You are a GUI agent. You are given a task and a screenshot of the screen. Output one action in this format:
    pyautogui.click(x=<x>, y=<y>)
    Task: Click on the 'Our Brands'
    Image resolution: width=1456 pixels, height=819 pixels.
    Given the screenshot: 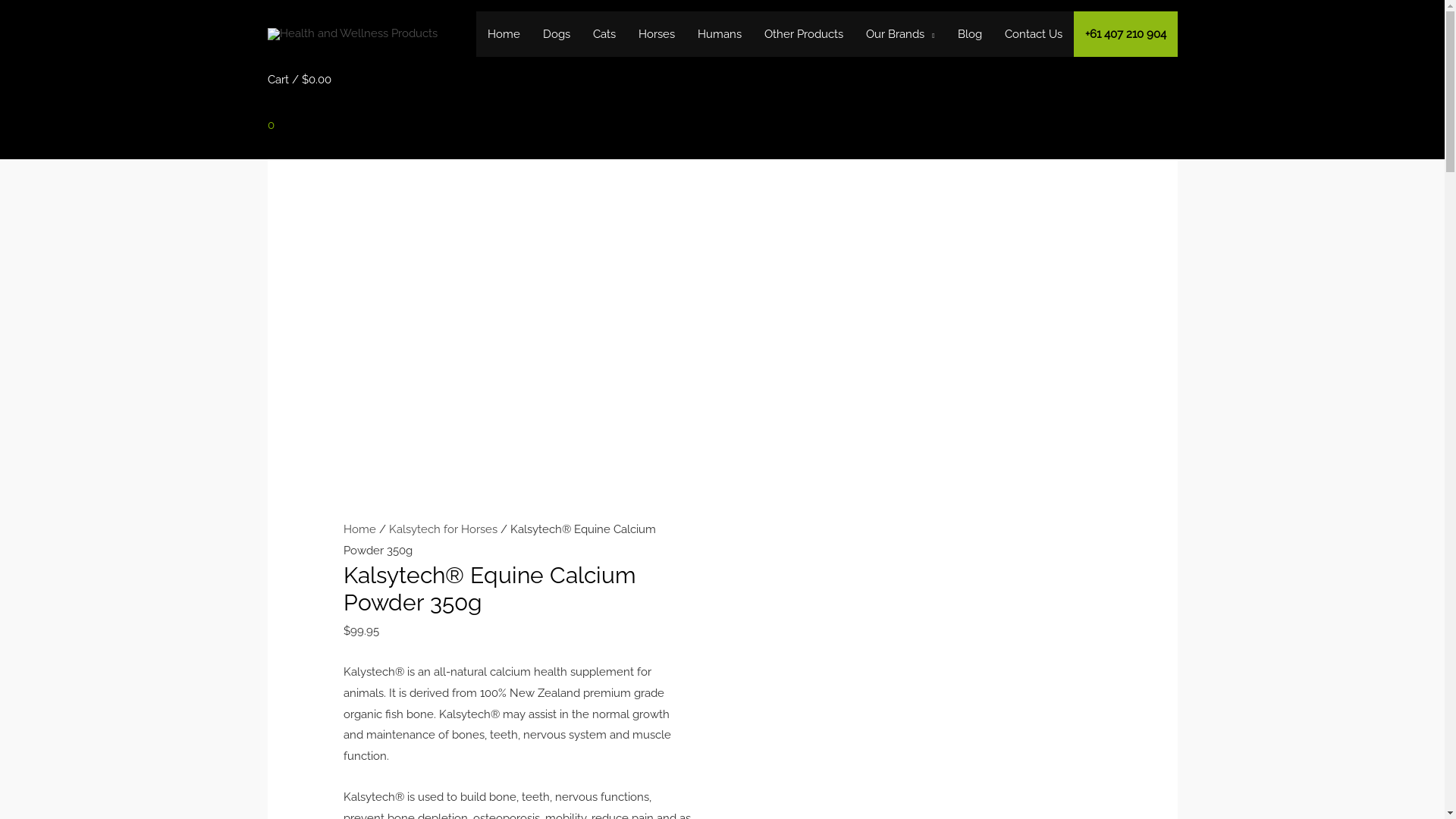 What is the action you would take?
    pyautogui.click(x=899, y=34)
    